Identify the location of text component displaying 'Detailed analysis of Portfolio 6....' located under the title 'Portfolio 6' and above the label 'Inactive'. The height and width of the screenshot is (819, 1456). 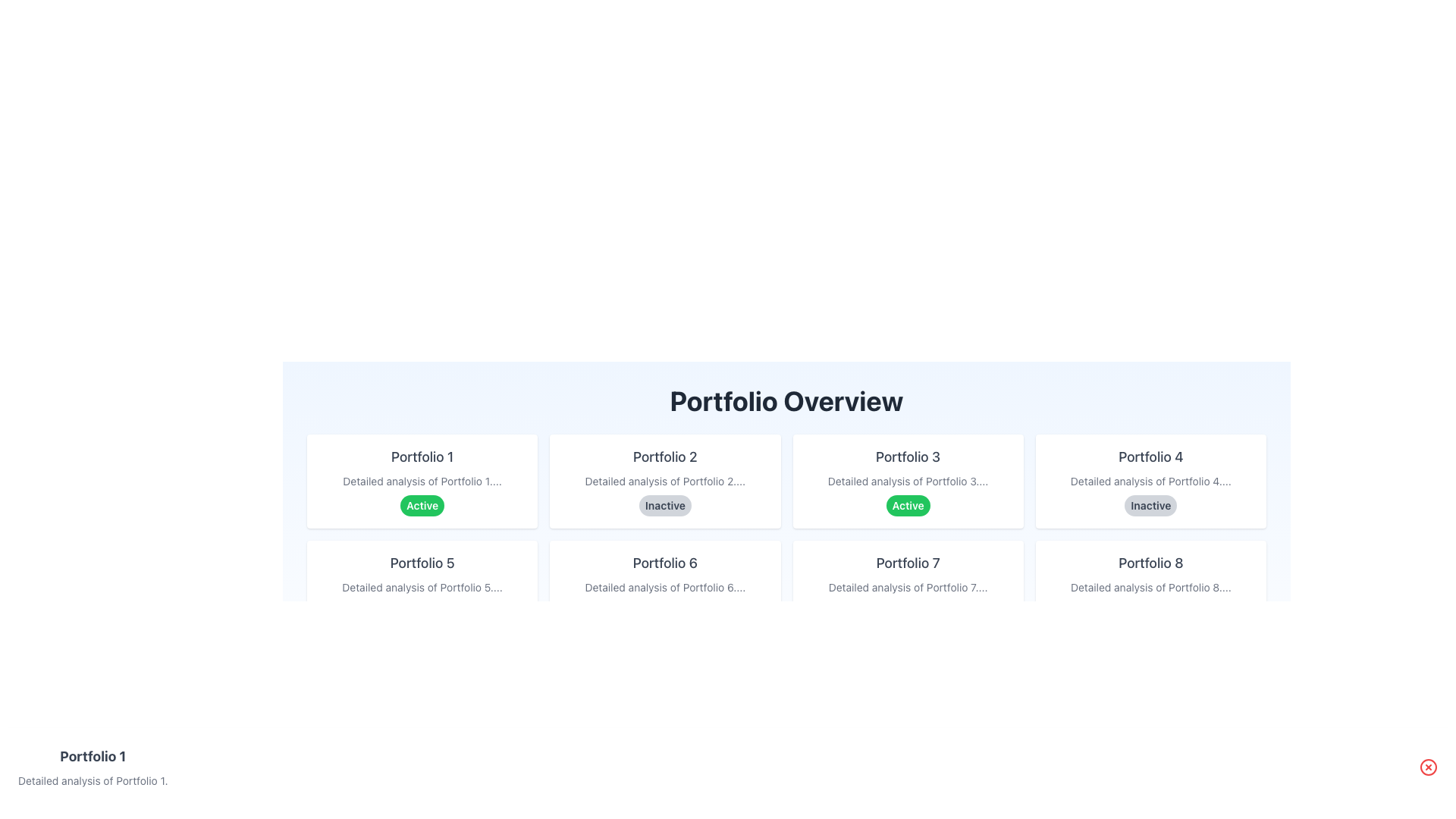
(665, 587).